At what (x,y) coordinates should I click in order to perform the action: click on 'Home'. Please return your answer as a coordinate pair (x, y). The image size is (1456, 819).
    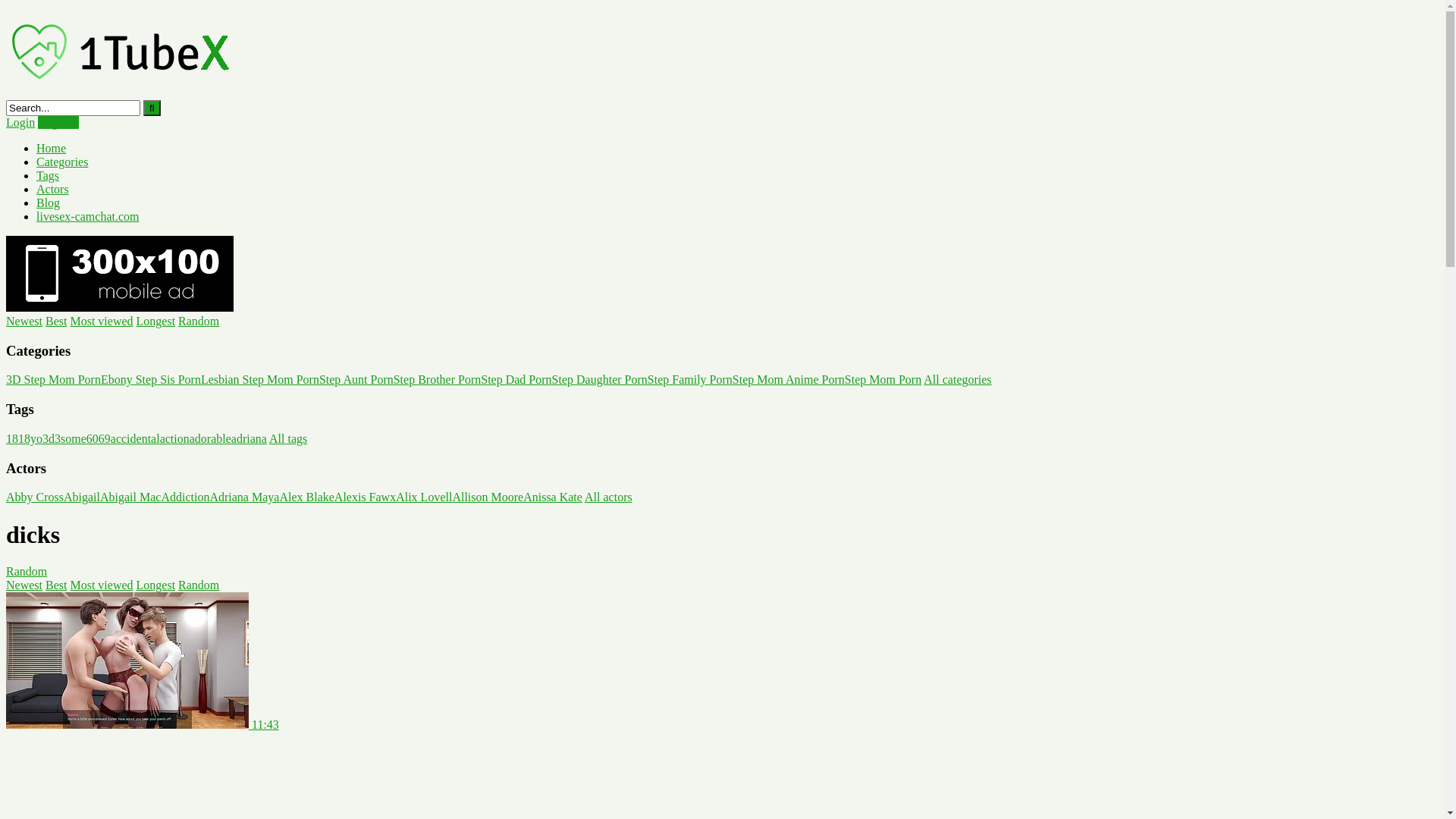
    Looking at the image, I should click on (36, 148).